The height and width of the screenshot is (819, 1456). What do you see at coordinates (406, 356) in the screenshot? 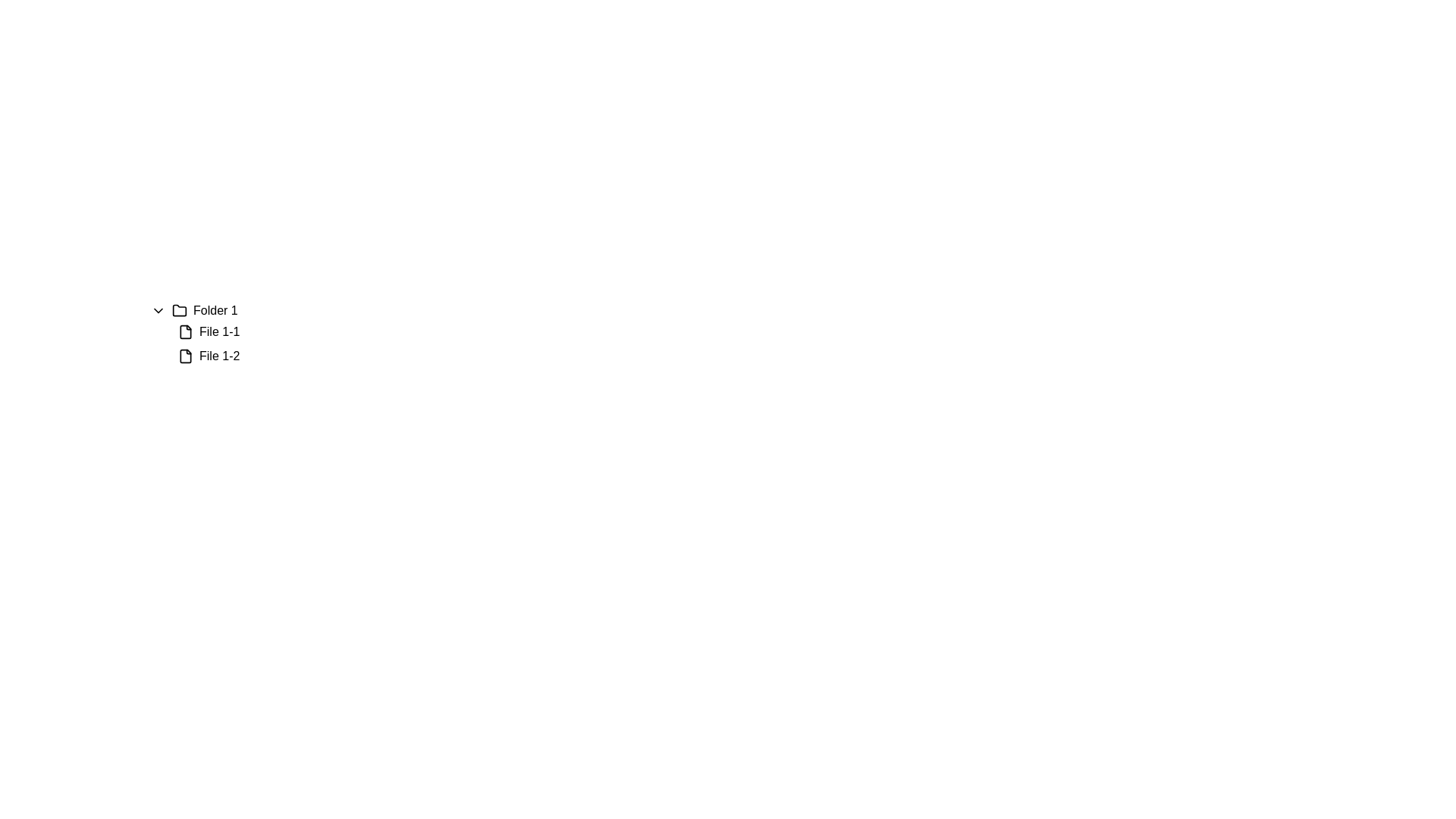
I see `the file list entry for 'File 1-2'` at bounding box center [406, 356].